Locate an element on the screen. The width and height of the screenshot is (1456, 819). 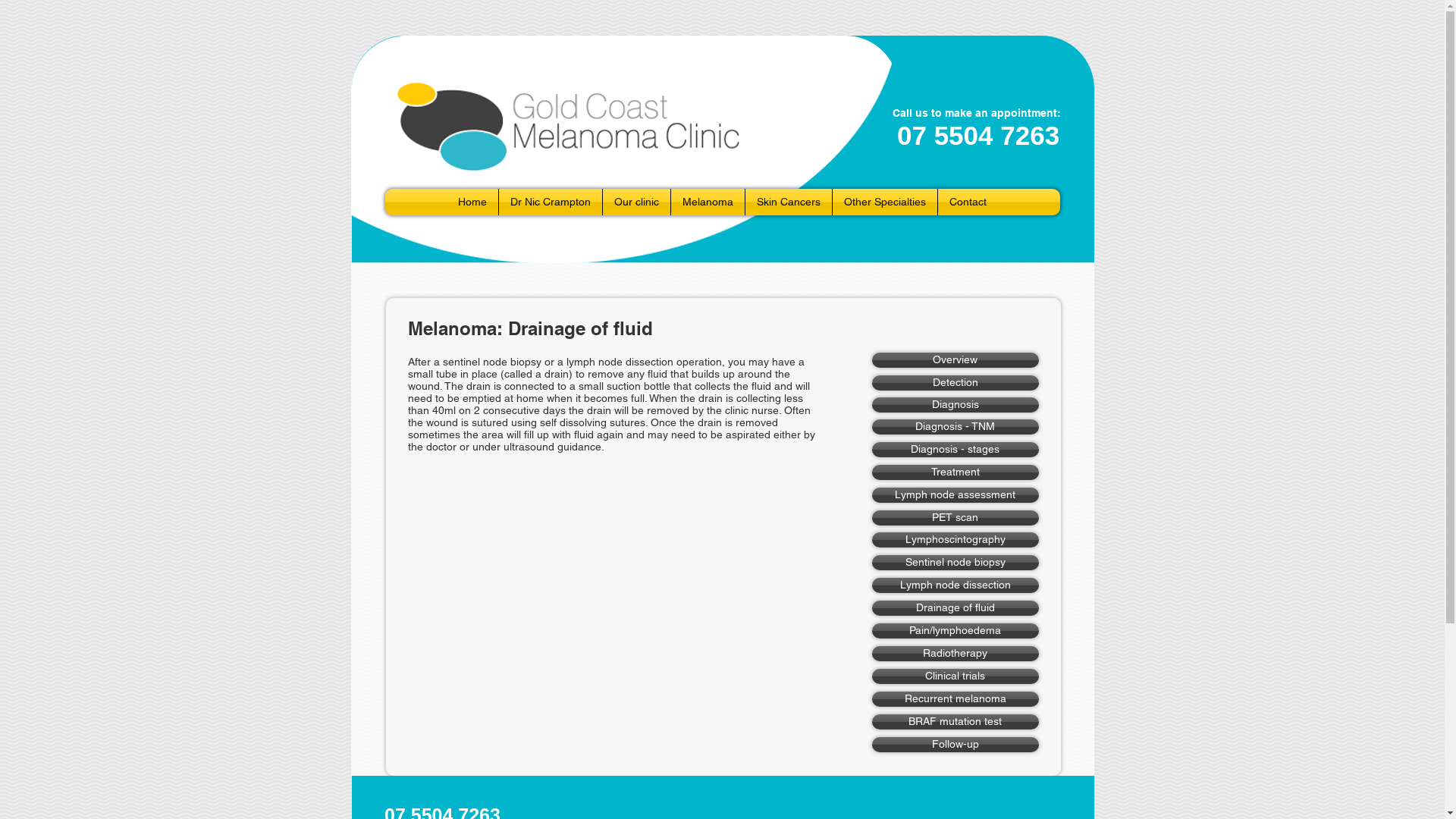
'Diagnosis - TNM' is located at coordinates (954, 427).